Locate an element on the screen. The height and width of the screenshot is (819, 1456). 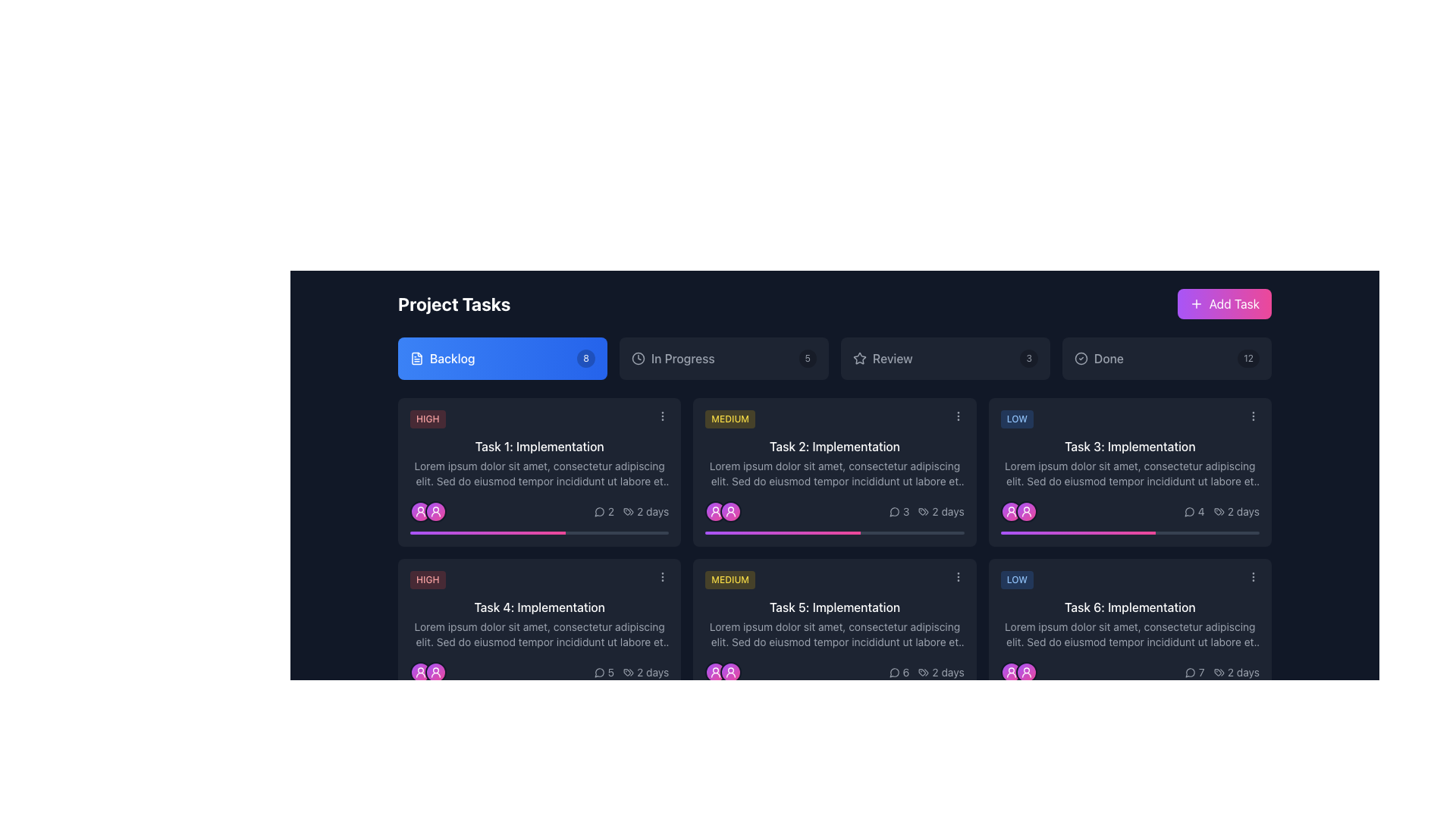
the Icon Group consisting of two overlapping circular avatars with user icons is located at coordinates (723, 512).